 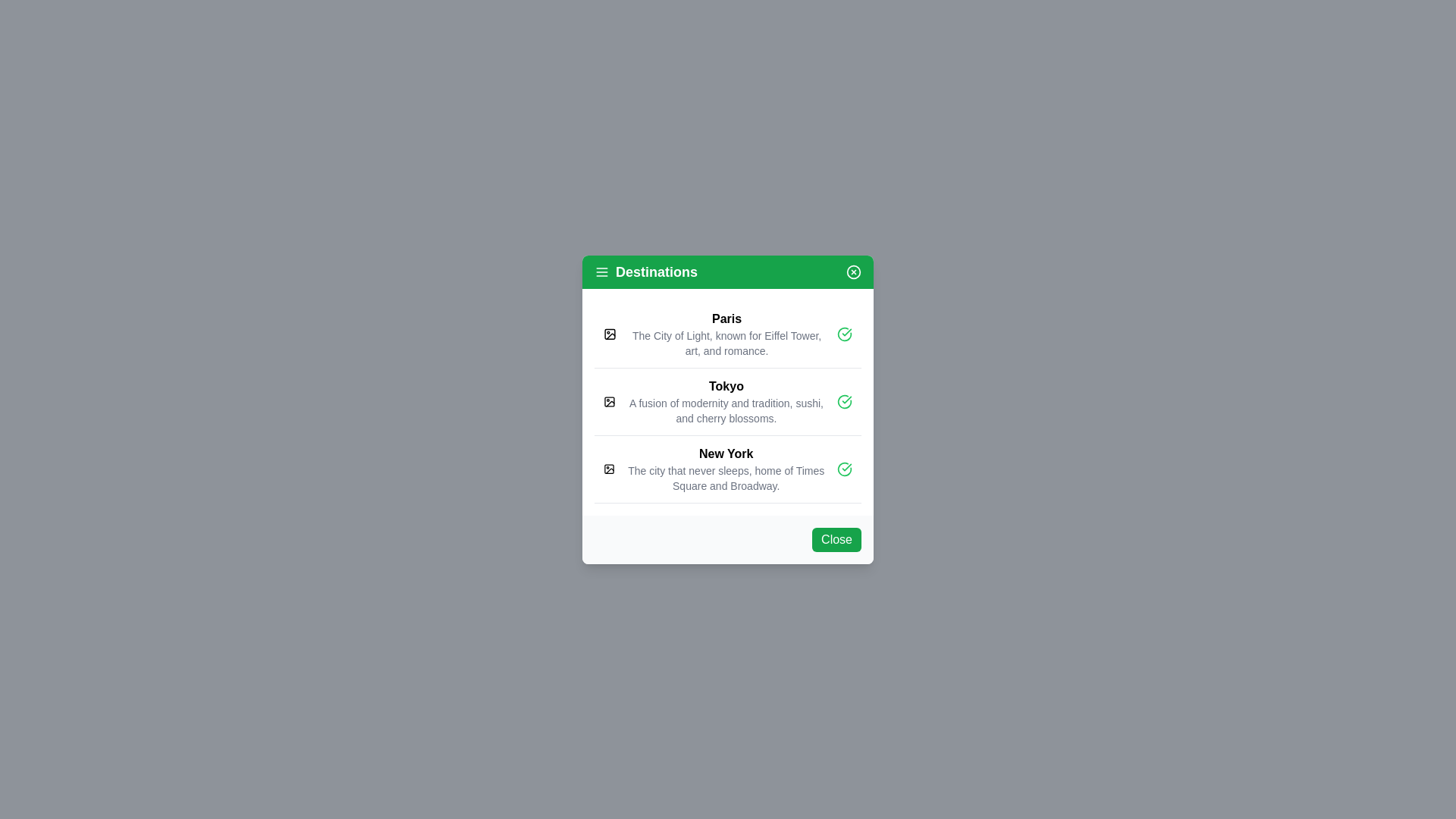 What do you see at coordinates (725, 478) in the screenshot?
I see `text label displaying supplemental descriptive information about New York, which says: 'The city that never sleeps, home of Times Square and Broadway.'` at bounding box center [725, 478].